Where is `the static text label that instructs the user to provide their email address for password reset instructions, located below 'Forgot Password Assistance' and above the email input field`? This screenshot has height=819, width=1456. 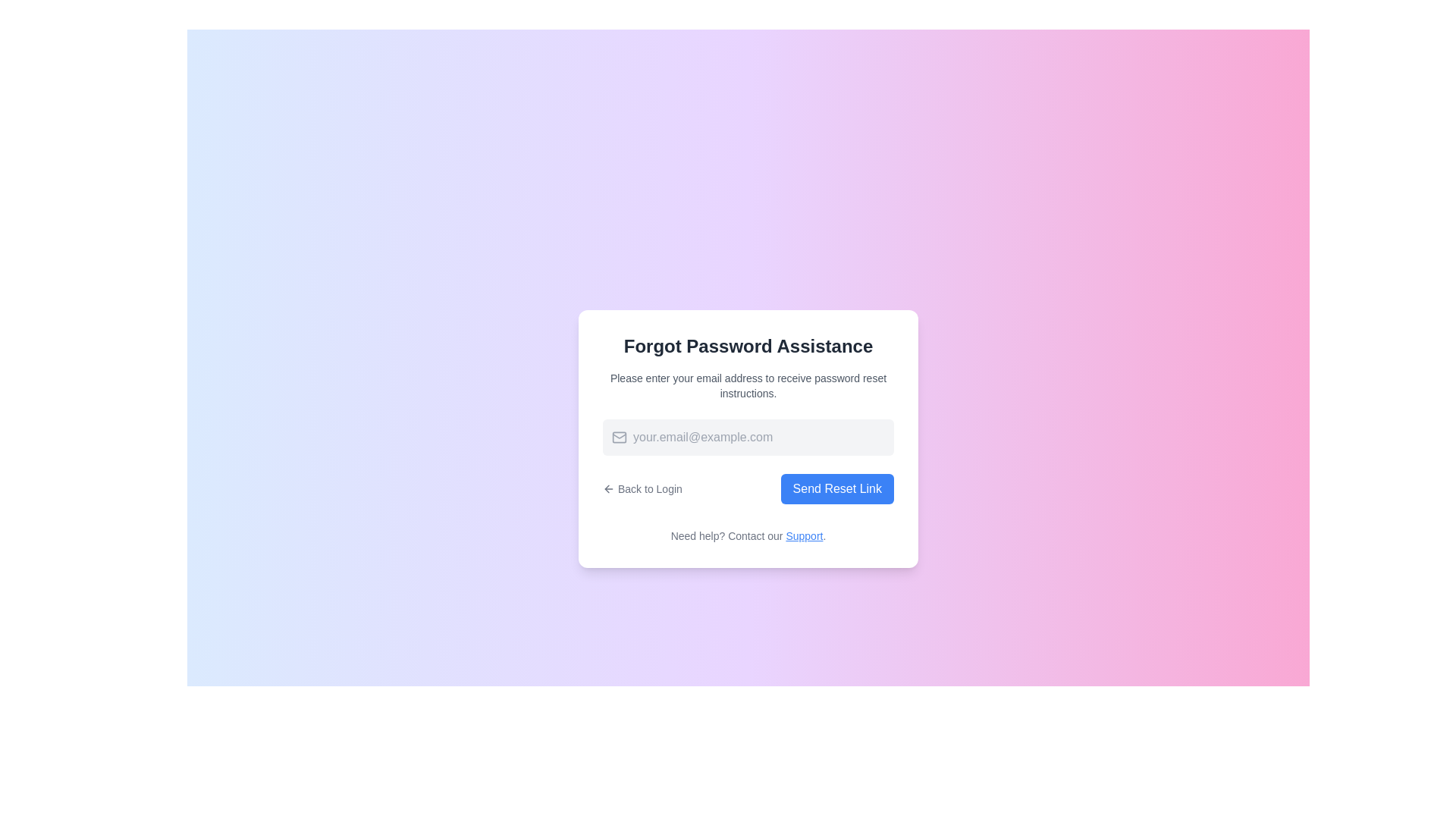 the static text label that instructs the user to provide their email address for password reset instructions, located below 'Forgot Password Assistance' and above the email input field is located at coordinates (748, 385).